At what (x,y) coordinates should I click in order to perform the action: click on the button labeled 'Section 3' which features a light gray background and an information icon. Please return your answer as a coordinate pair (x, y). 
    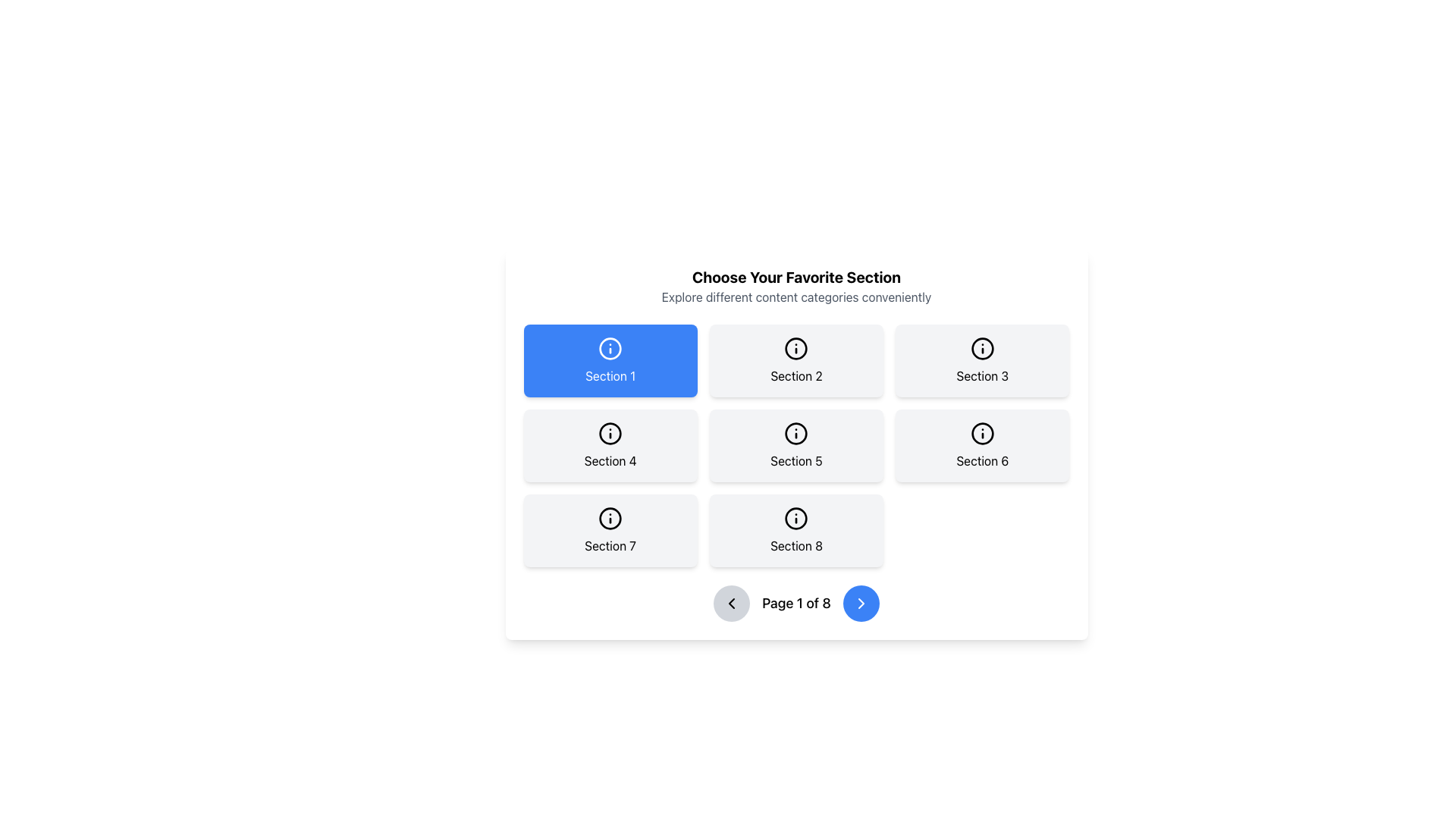
    Looking at the image, I should click on (982, 360).